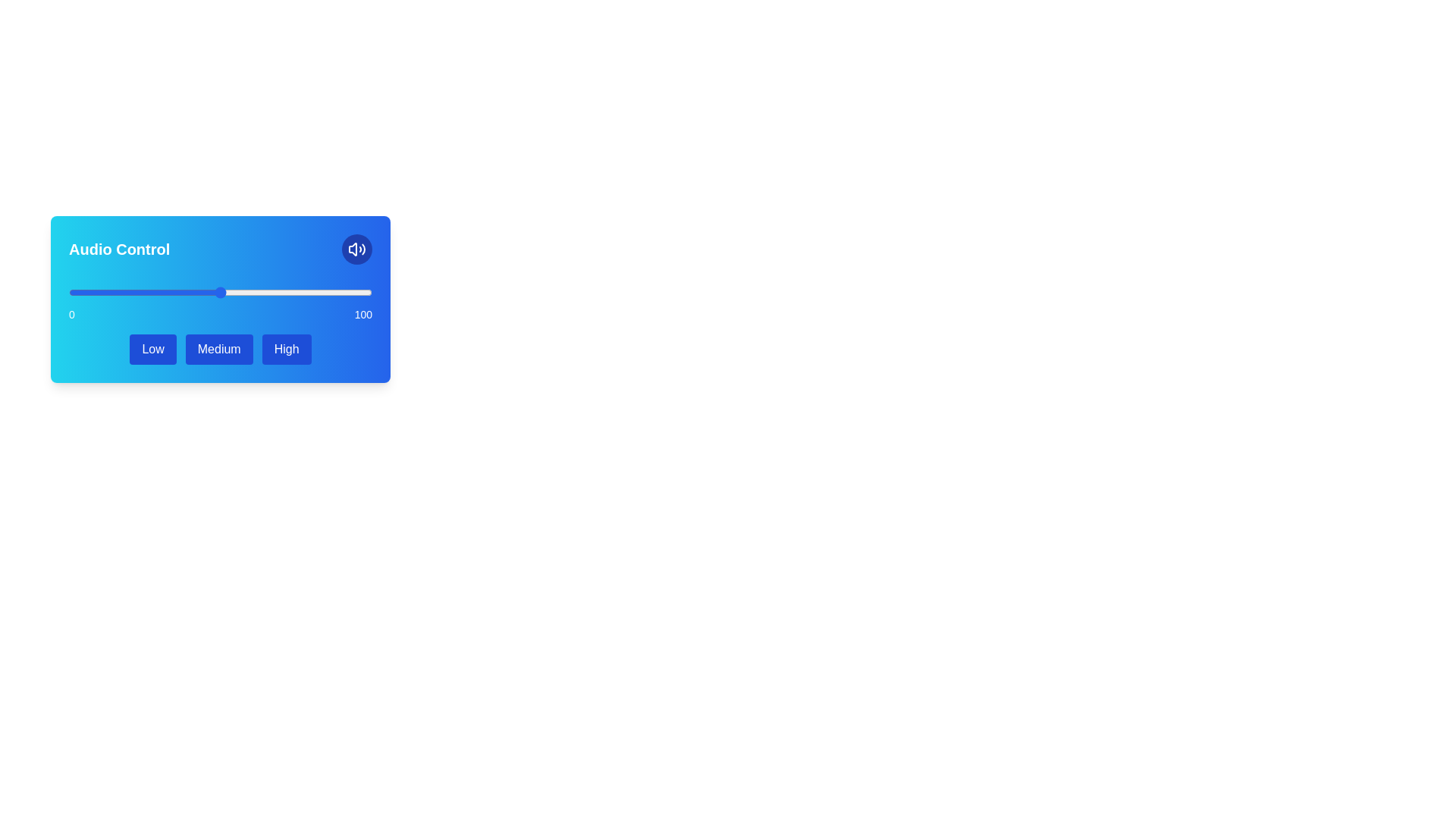 The image size is (1456, 819). I want to click on the slider value, so click(98, 292).